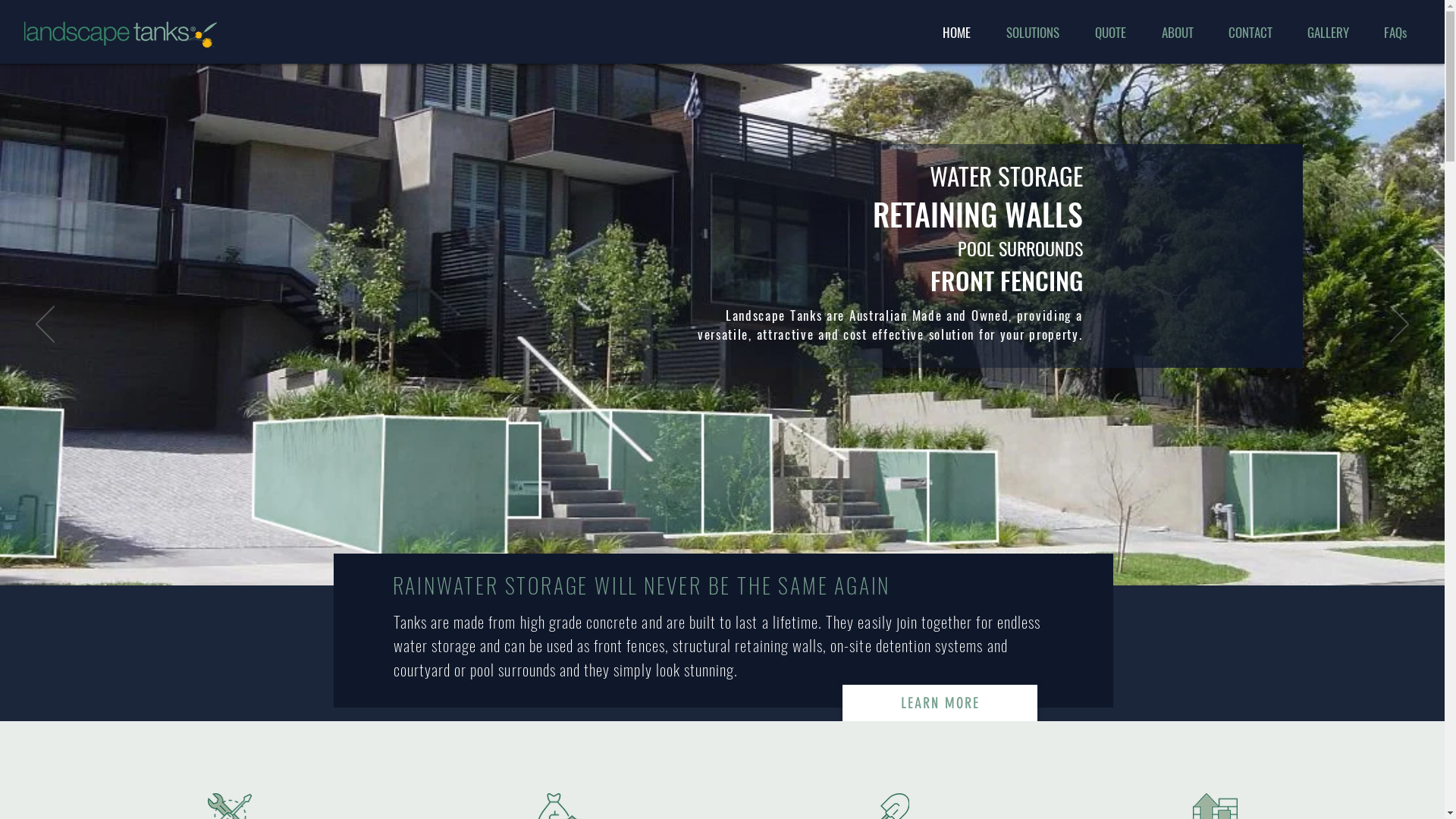 Image resolution: width=1456 pixels, height=819 pixels. What do you see at coordinates (1110, 32) in the screenshot?
I see `'QUOTE'` at bounding box center [1110, 32].